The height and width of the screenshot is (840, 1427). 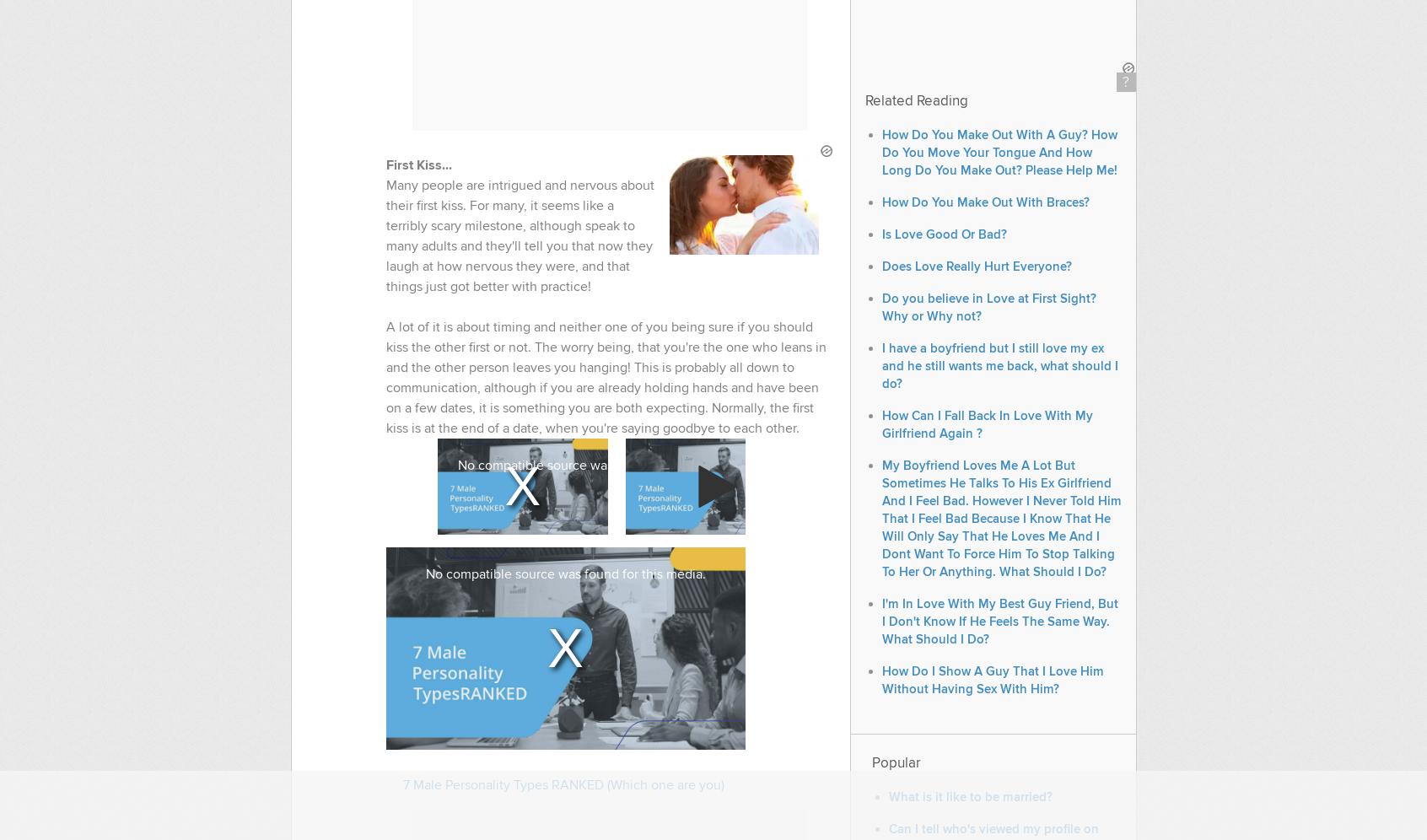 What do you see at coordinates (915, 101) in the screenshot?
I see `'Related Reading'` at bounding box center [915, 101].